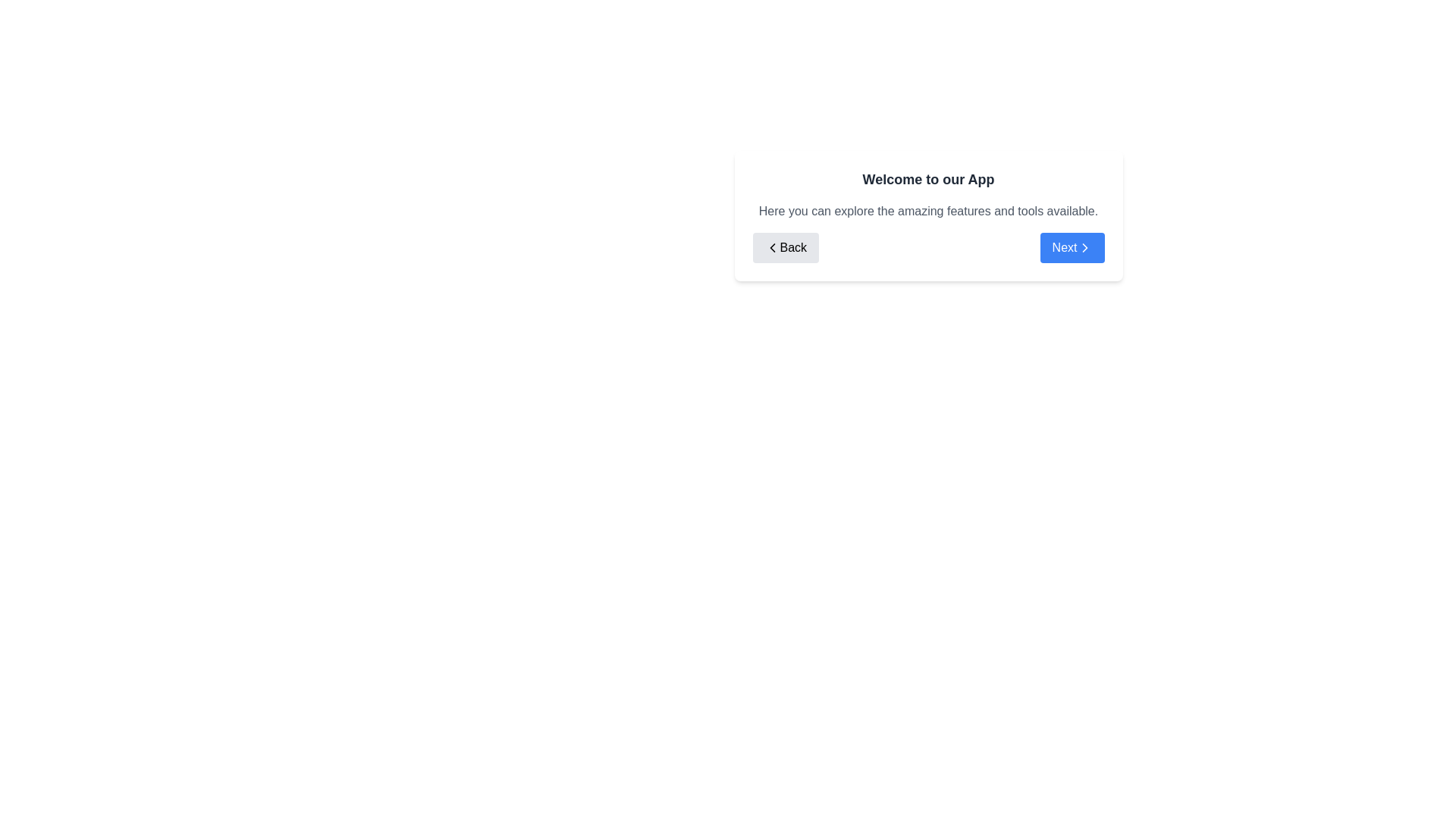 The height and width of the screenshot is (819, 1456). I want to click on the 'Back' button, which is a rectangular button with rounded corners and a light gray background, so click(786, 247).